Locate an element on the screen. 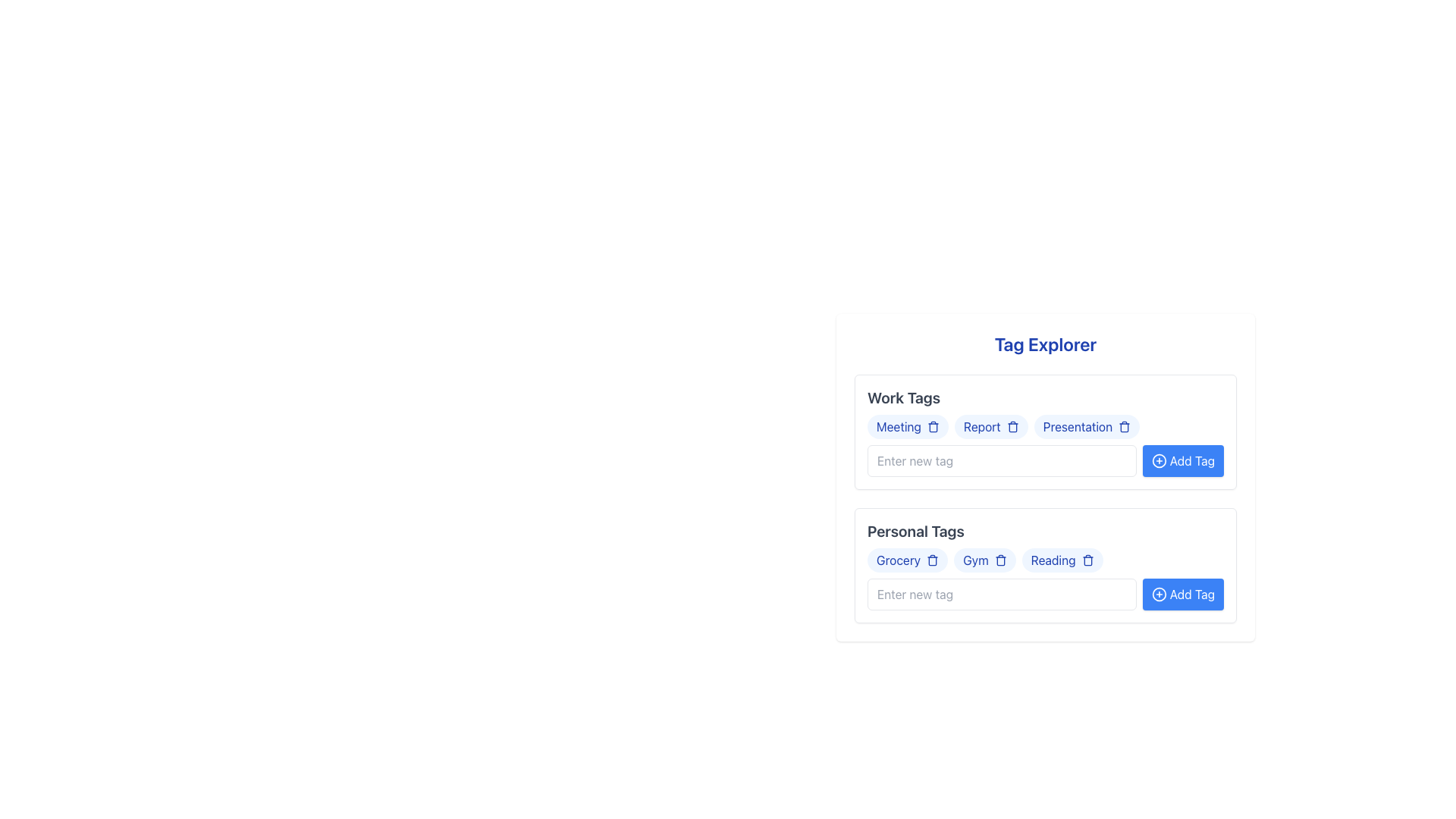  the central Vector element of the trash bin icon, which serves as a delete button is located at coordinates (1087, 561).